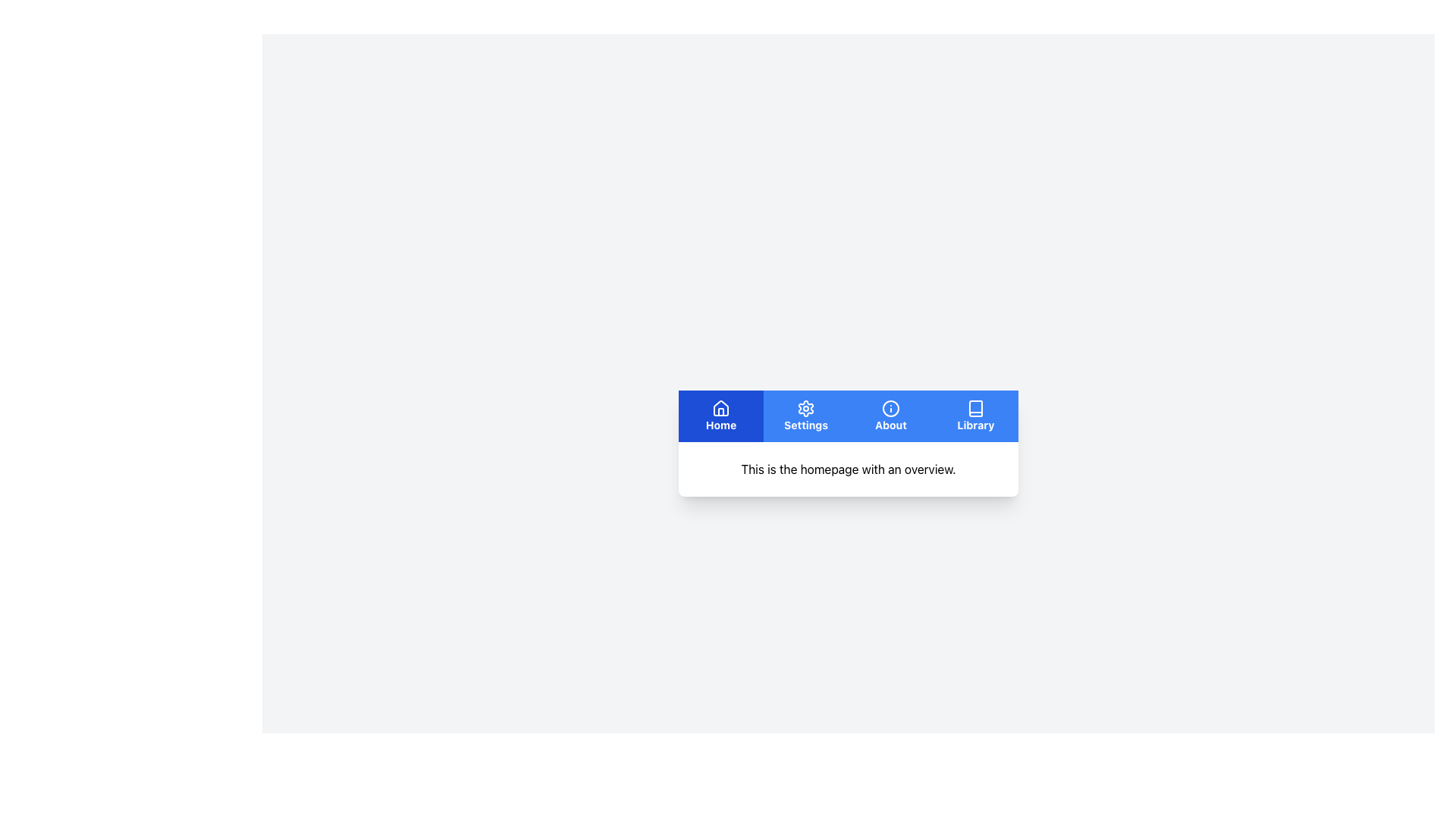 This screenshot has height=819, width=1456. Describe the element at coordinates (805, 416) in the screenshot. I see `the 'Settings' button in the navigation bar, which contains a gear icon at the top with the text 'Settings' beneath it` at that location.